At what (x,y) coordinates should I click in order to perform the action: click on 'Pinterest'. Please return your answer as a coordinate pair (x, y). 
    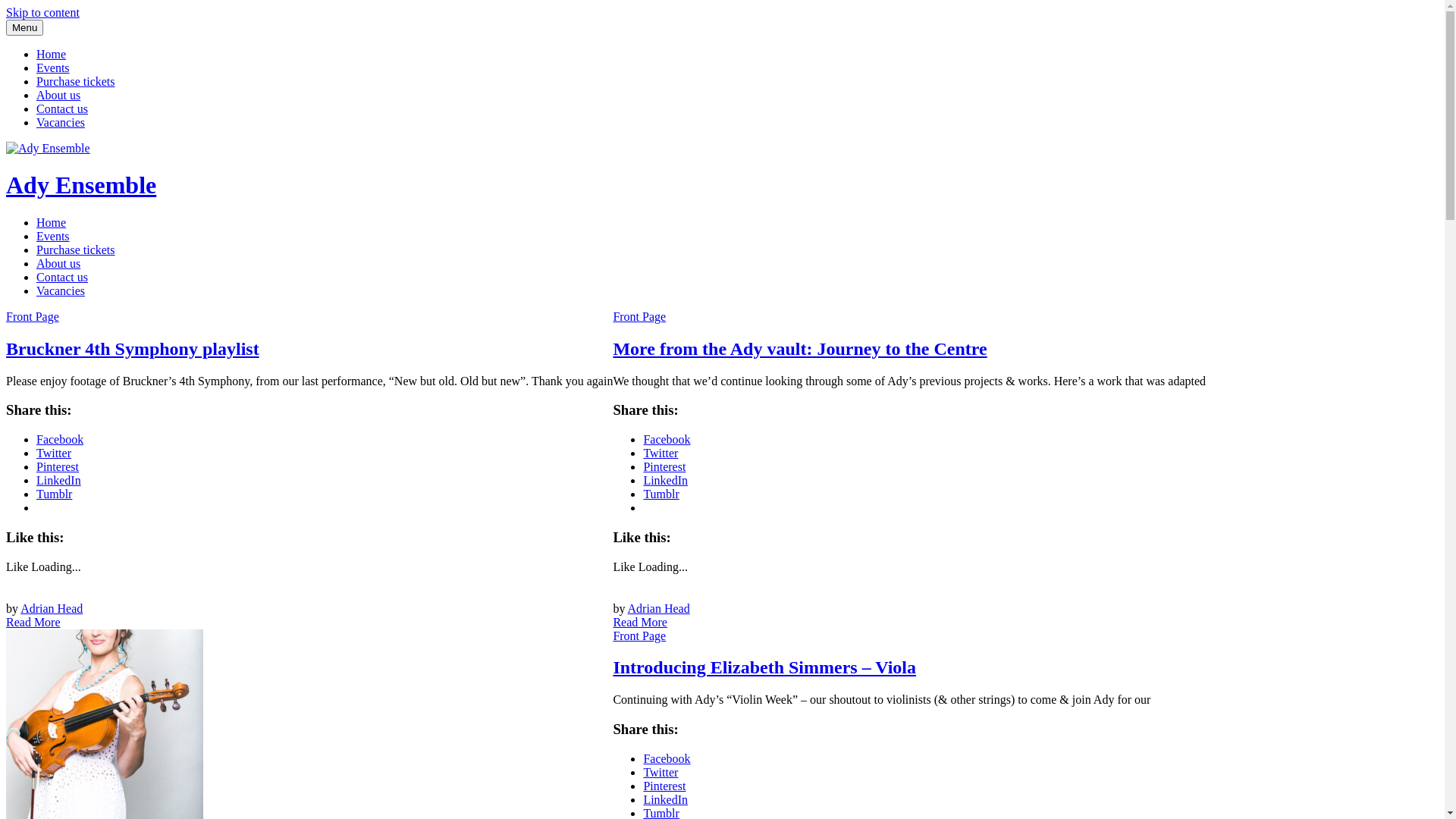
    Looking at the image, I should click on (664, 785).